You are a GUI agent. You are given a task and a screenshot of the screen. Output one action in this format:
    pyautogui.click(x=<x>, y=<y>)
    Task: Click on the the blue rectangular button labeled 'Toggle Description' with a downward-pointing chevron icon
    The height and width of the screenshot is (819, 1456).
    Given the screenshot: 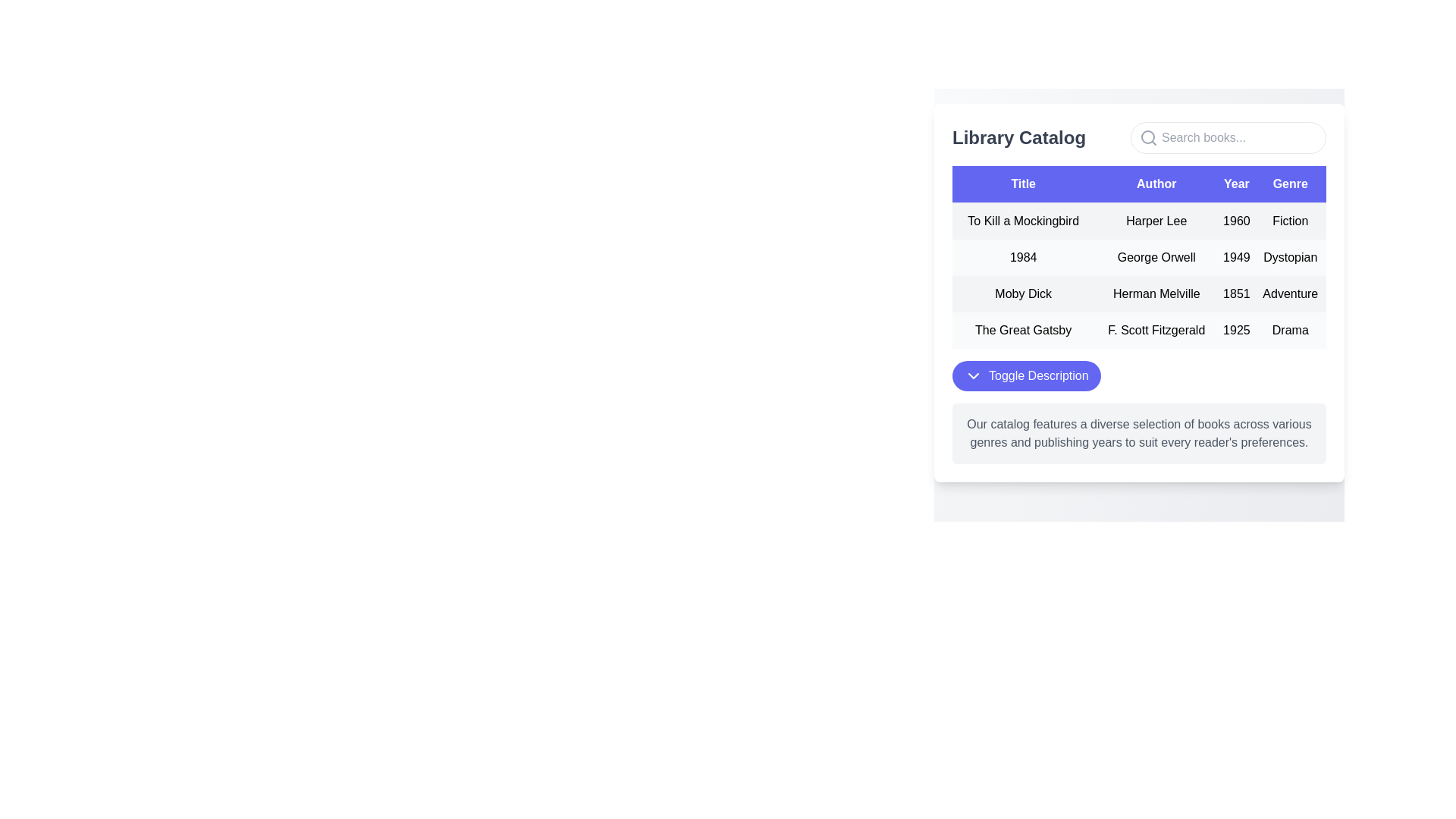 What is the action you would take?
    pyautogui.click(x=1026, y=375)
    